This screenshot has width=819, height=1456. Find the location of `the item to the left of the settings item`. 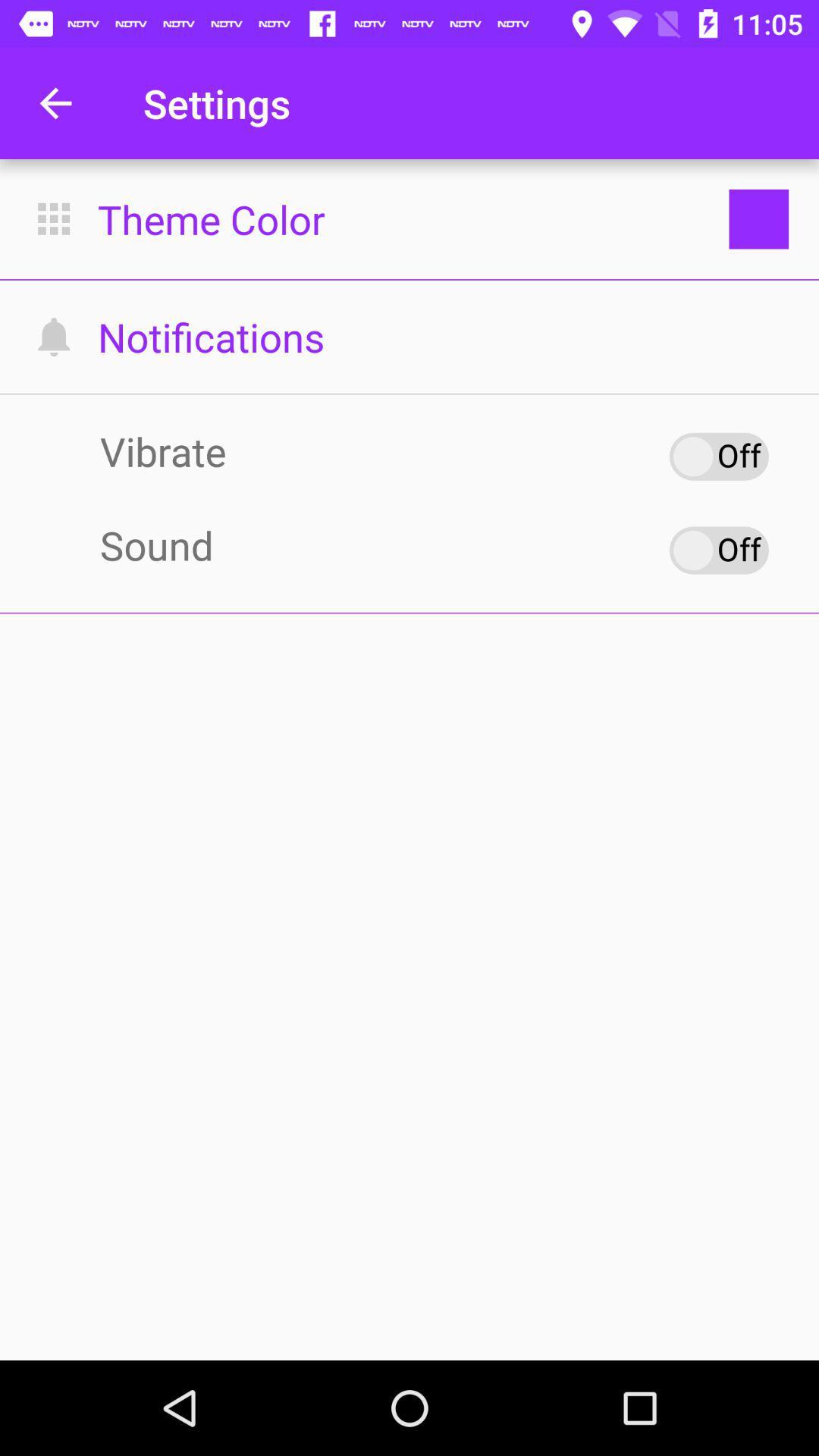

the item to the left of the settings item is located at coordinates (55, 102).